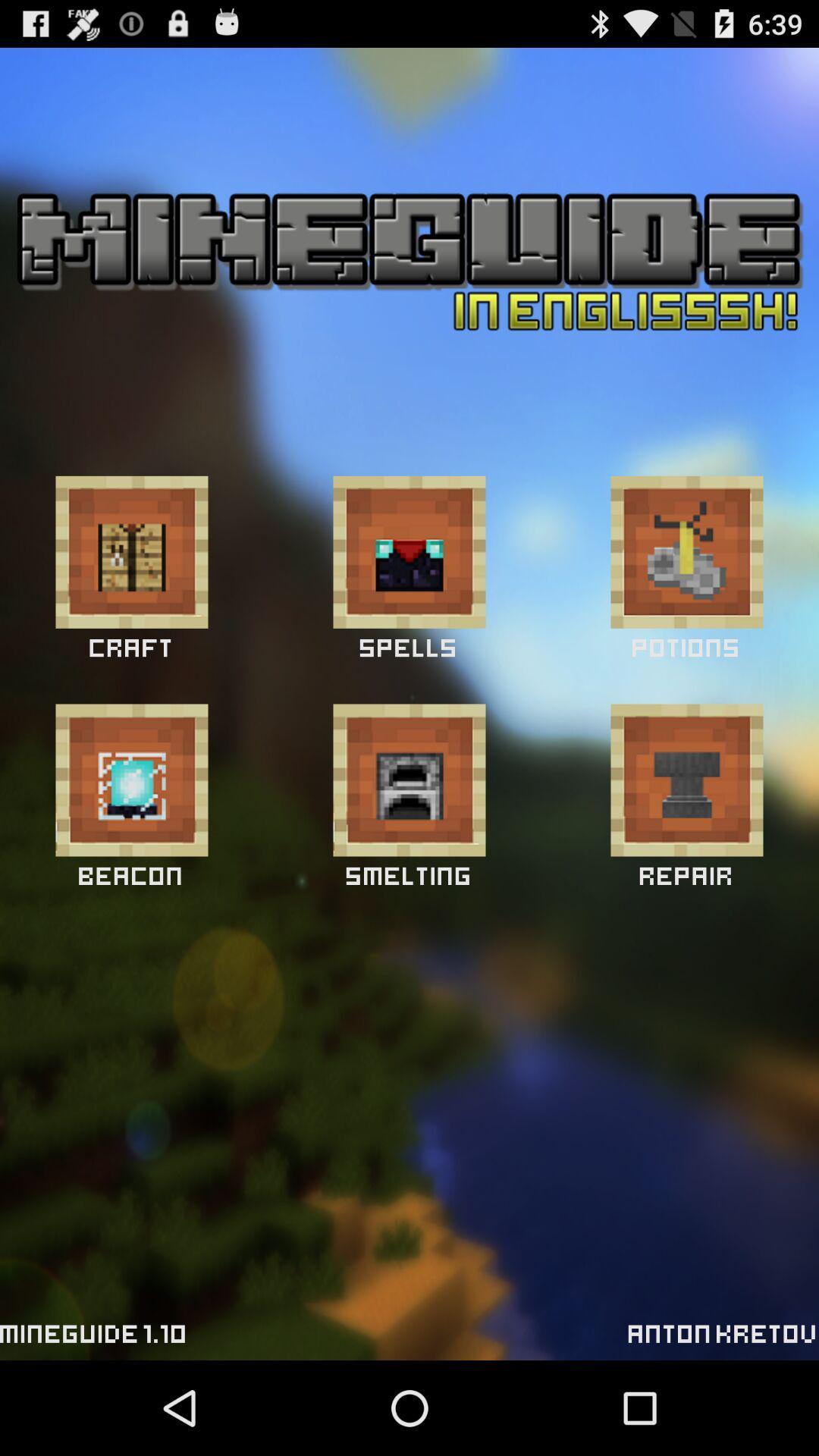  Describe the element at coordinates (687, 780) in the screenshot. I see `press repair` at that location.